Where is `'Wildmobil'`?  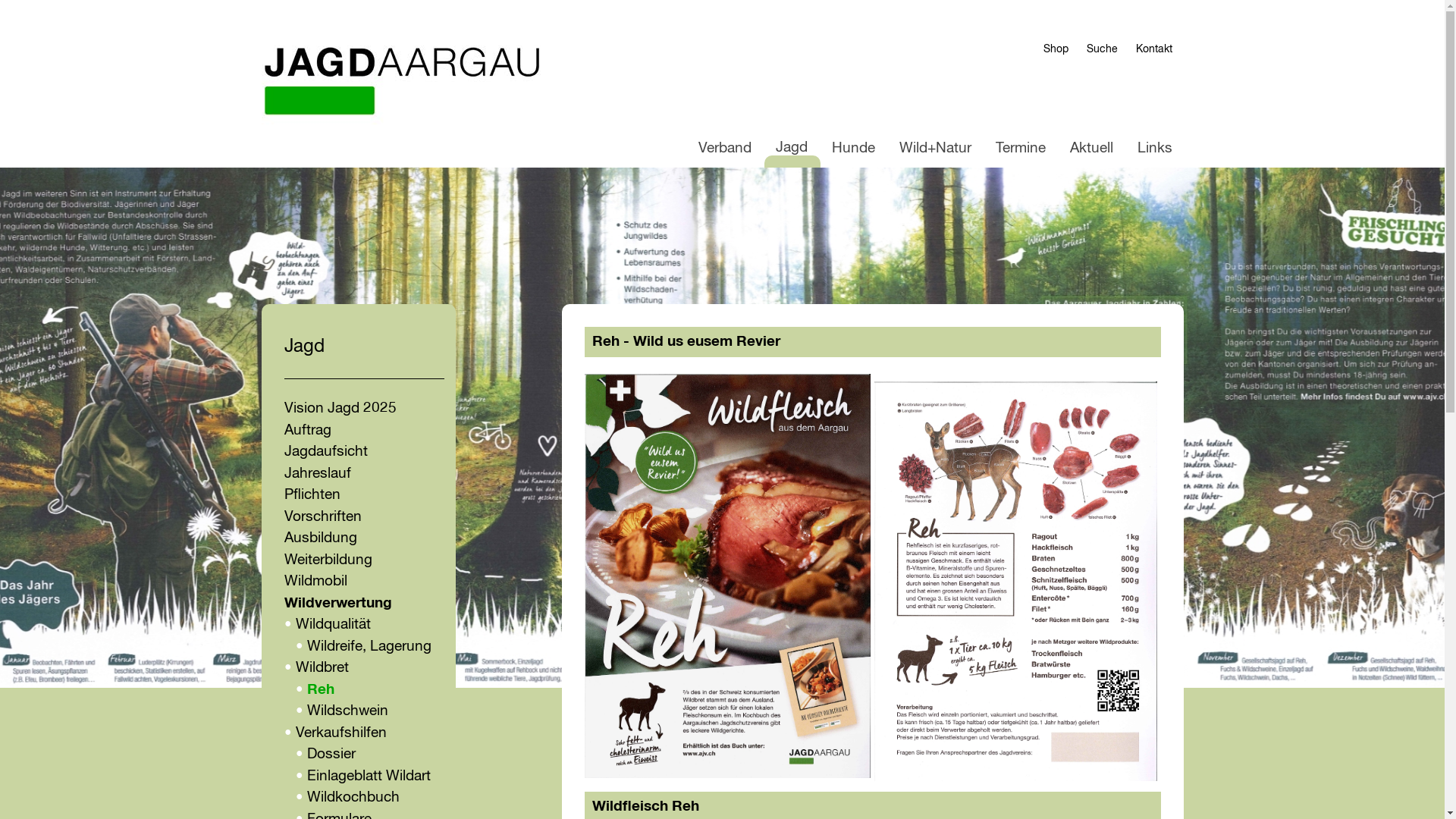 'Wildmobil' is located at coordinates (314, 580).